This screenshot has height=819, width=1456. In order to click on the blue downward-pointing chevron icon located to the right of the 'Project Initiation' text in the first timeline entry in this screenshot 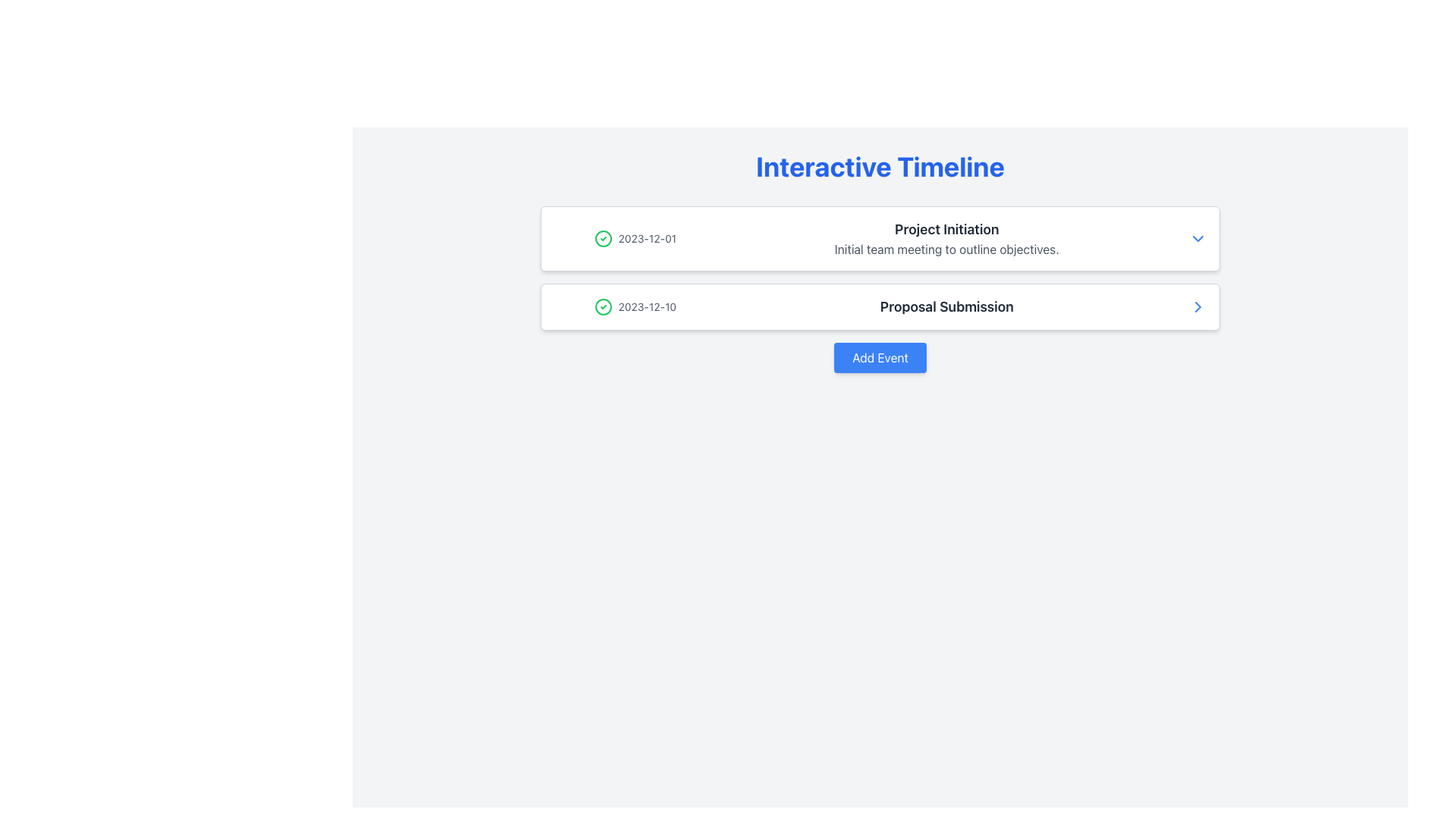, I will do `click(1197, 239)`.